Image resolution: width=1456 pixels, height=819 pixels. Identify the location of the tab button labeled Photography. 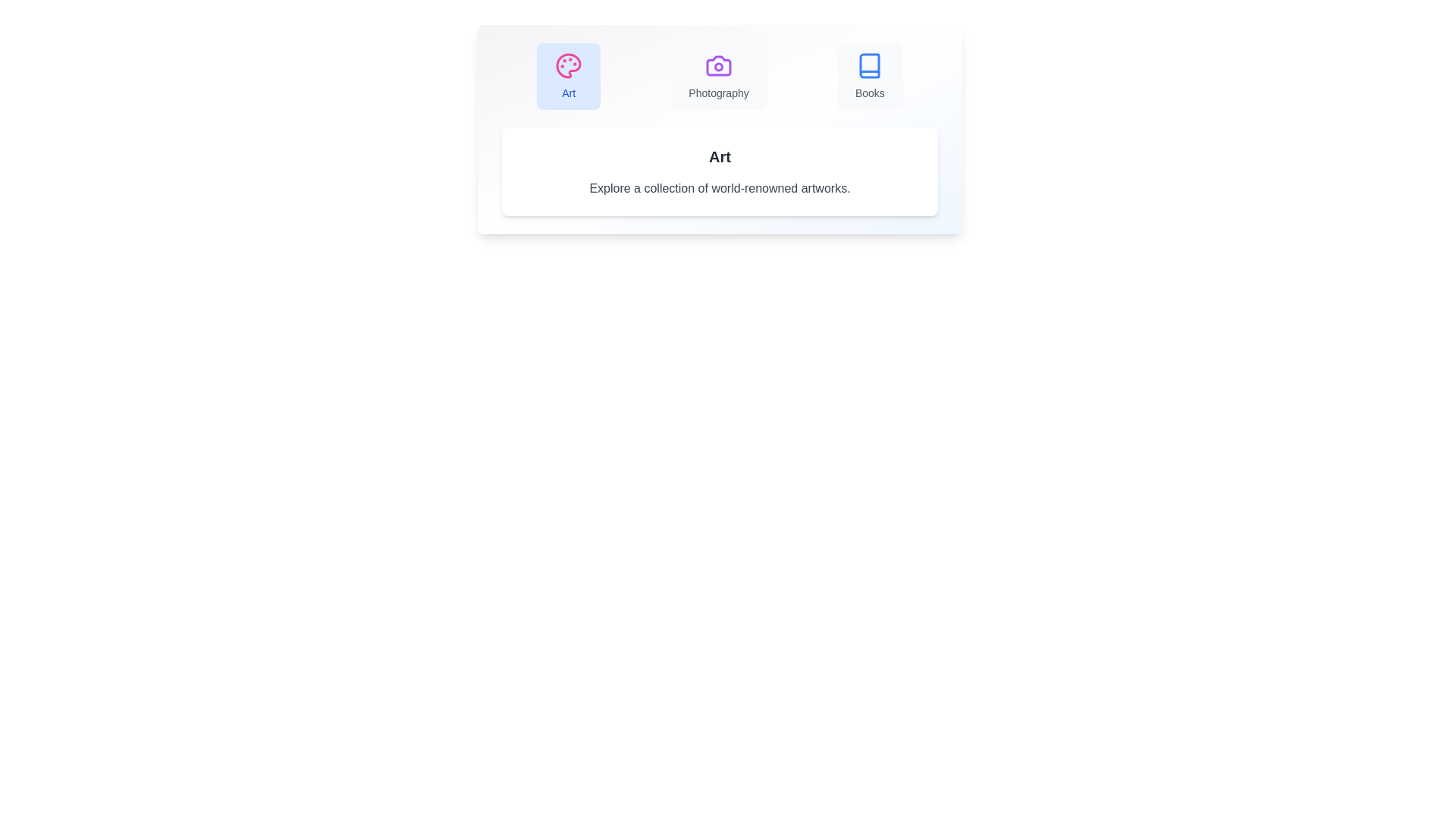
(718, 76).